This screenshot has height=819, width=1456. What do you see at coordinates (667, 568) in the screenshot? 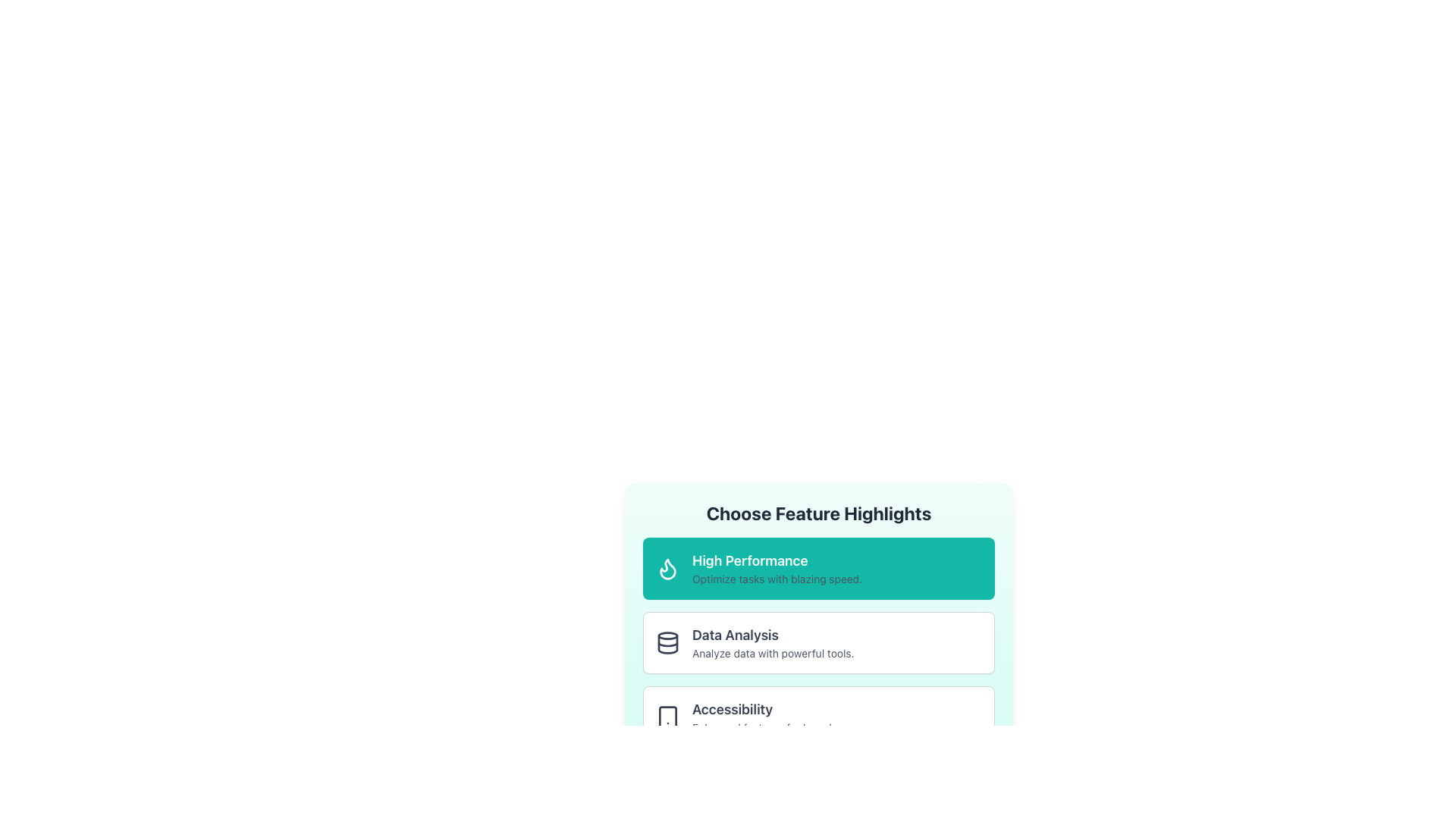
I see `the 'High Performance' icon located to the left of the text 'High Performance' in the first feature block` at bounding box center [667, 568].